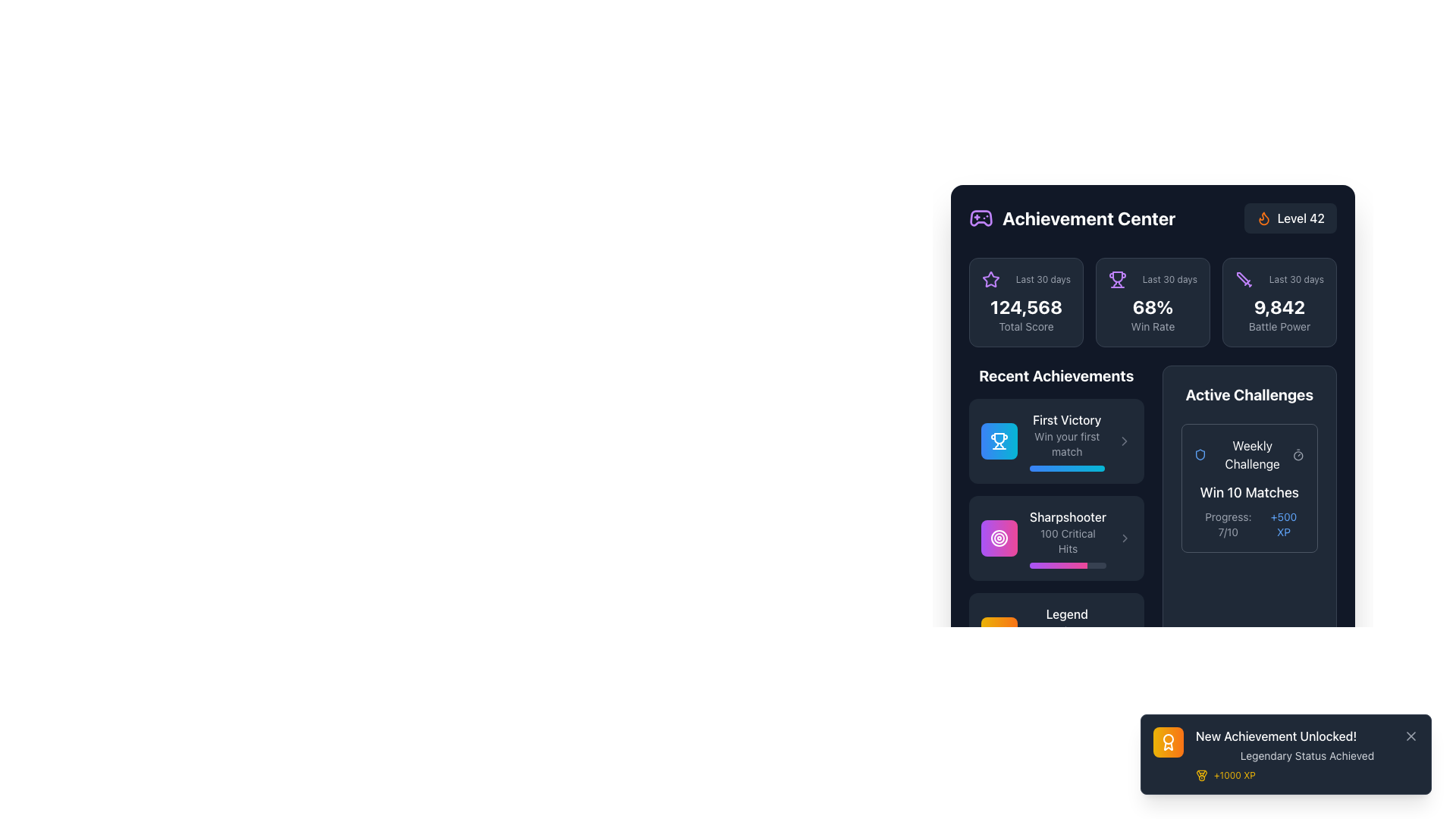 Image resolution: width=1456 pixels, height=819 pixels. Describe the element at coordinates (1200, 775) in the screenshot. I see `the achievement icon that represents '+1000 XP' located in the notification area at the bottom-right of the interface` at that location.